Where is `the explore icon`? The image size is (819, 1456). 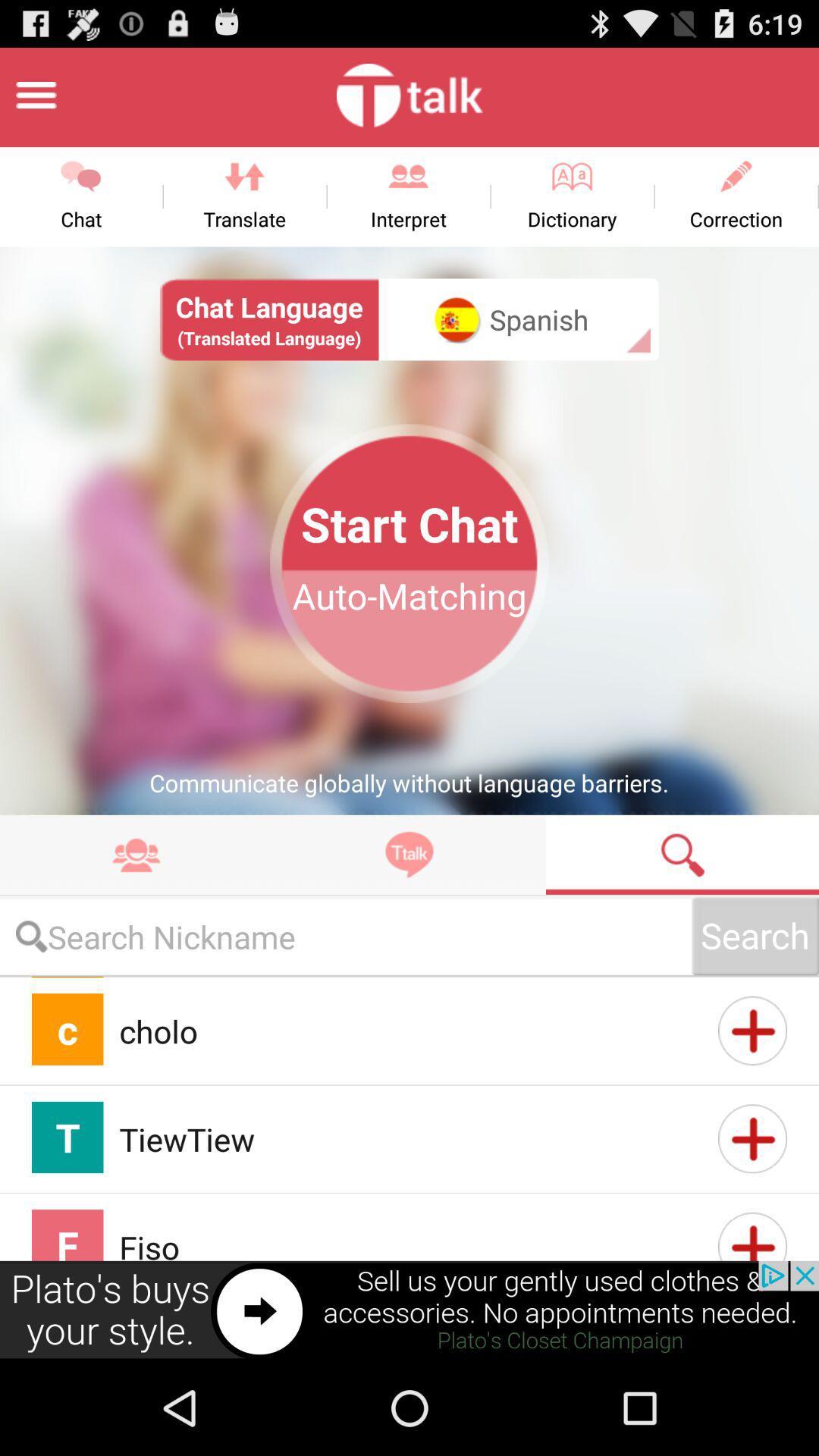
the explore icon is located at coordinates (409, 914).